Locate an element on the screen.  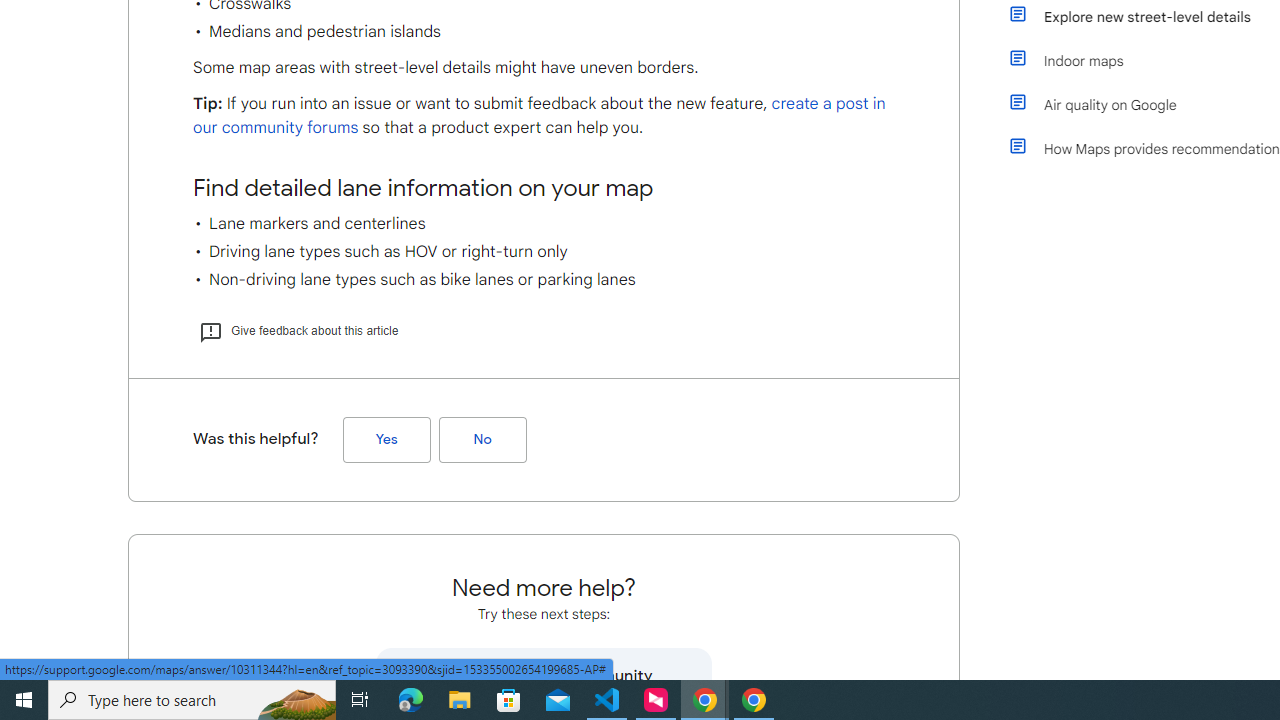
'Give feedback about this article' is located at coordinates (297, 329).